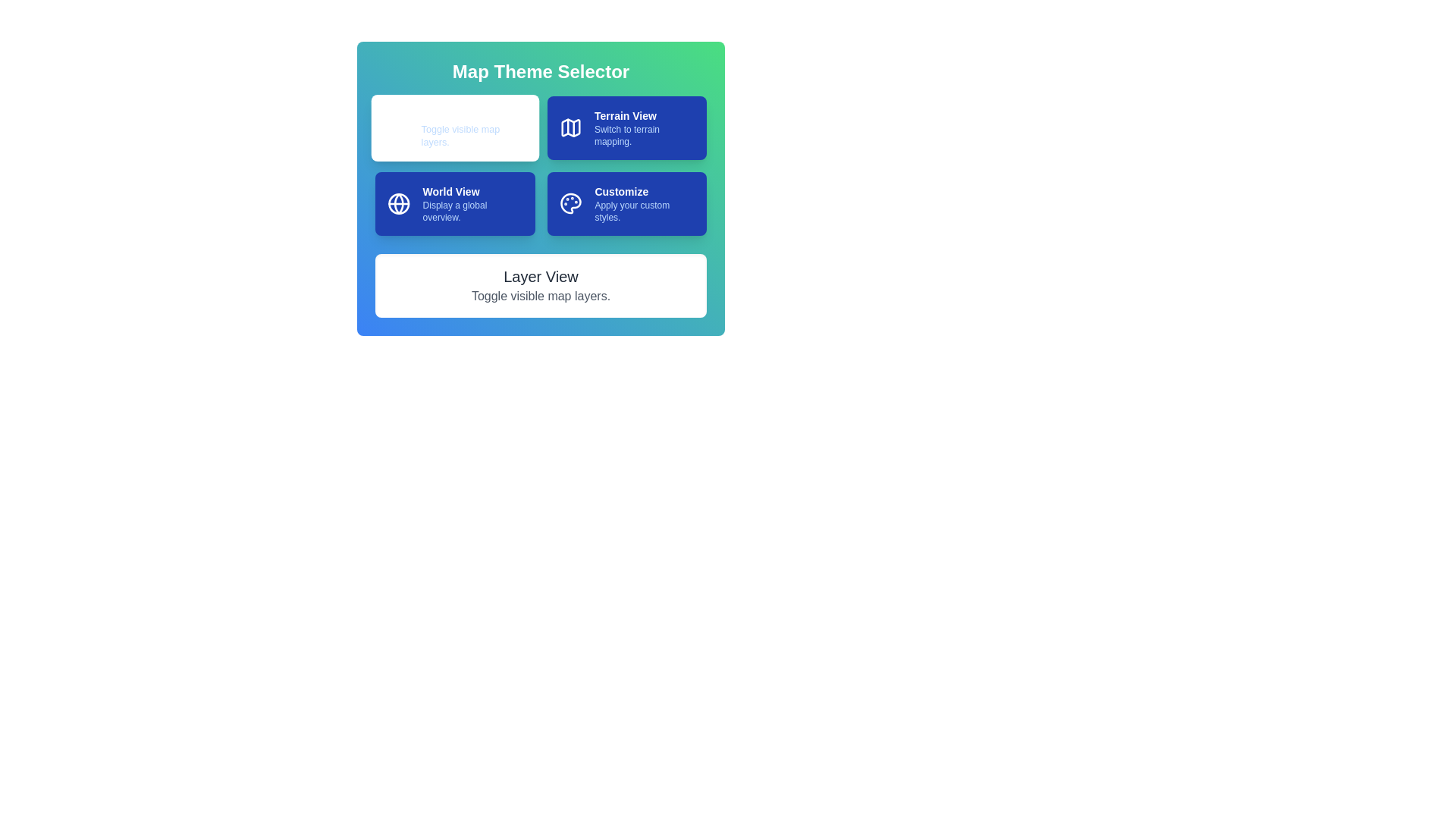 Image resolution: width=1456 pixels, height=819 pixels. Describe the element at coordinates (399, 203) in the screenshot. I see `the globe icon representing the global overview feature, located to the left of the 'World View' text in the Map Theme Selector interface` at that location.